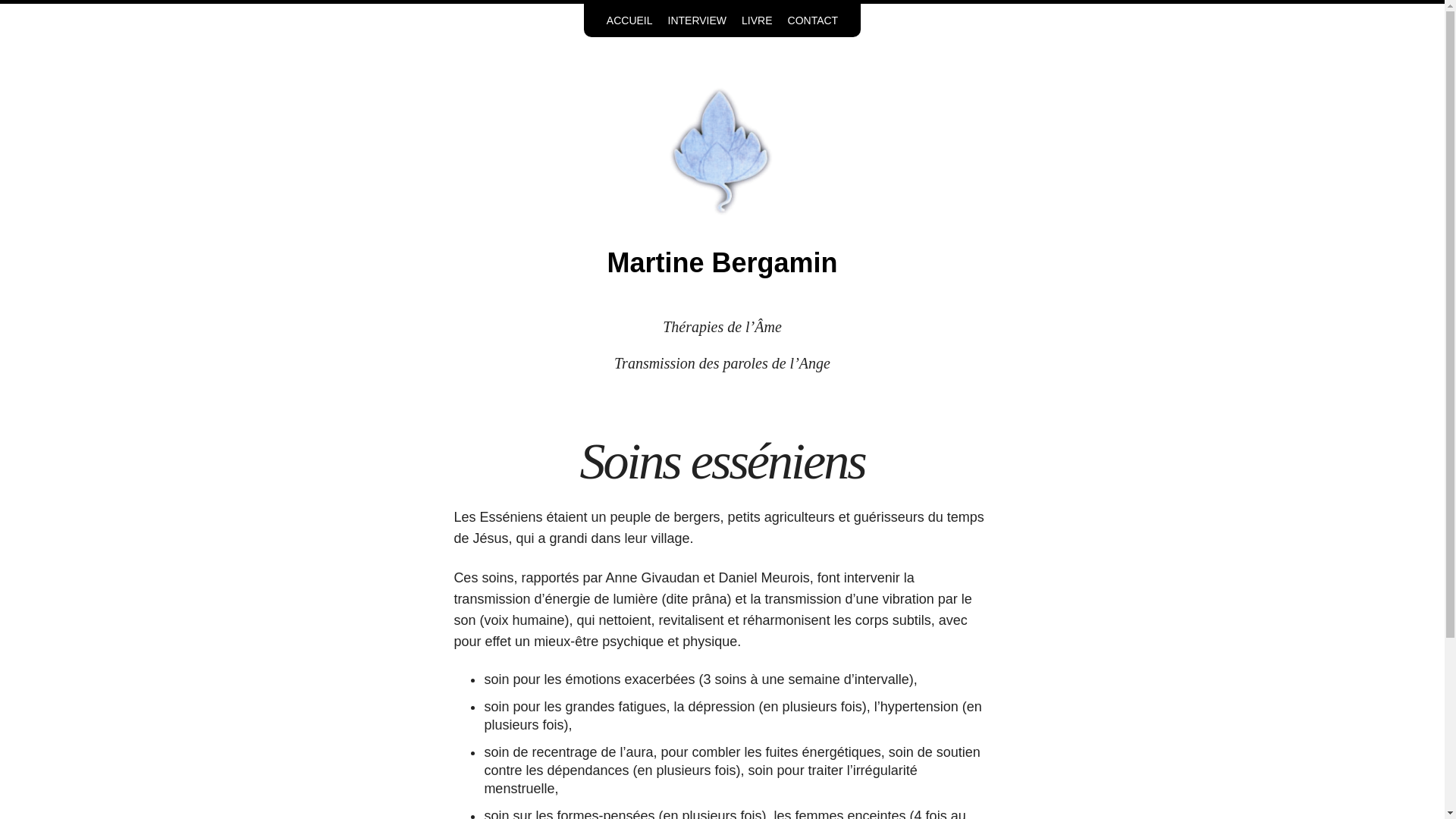 The width and height of the screenshot is (1456, 819). I want to click on 'LIVRE', so click(757, 20).